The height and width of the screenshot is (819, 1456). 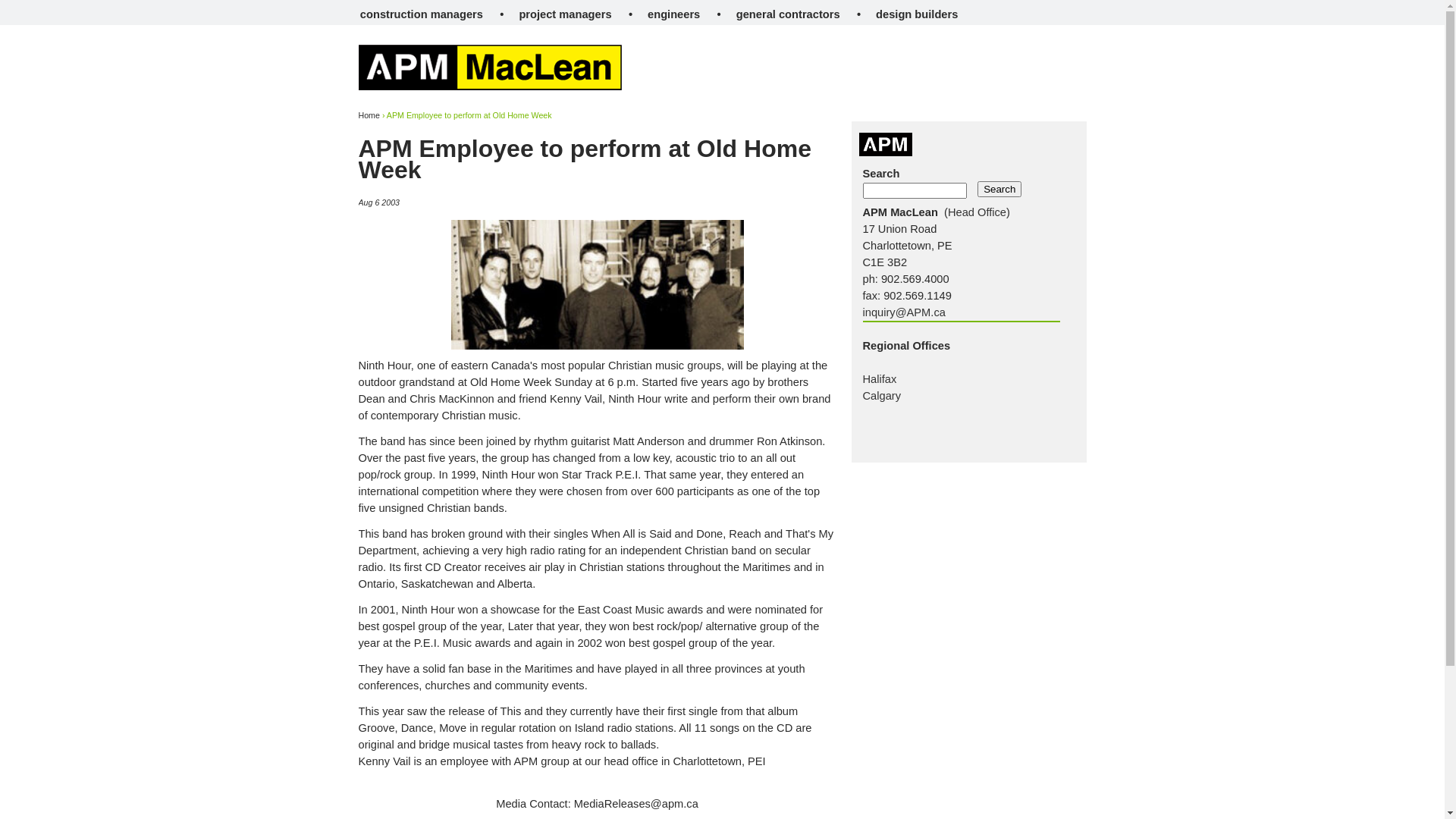 I want to click on 'Halifax', so click(x=880, y=378).